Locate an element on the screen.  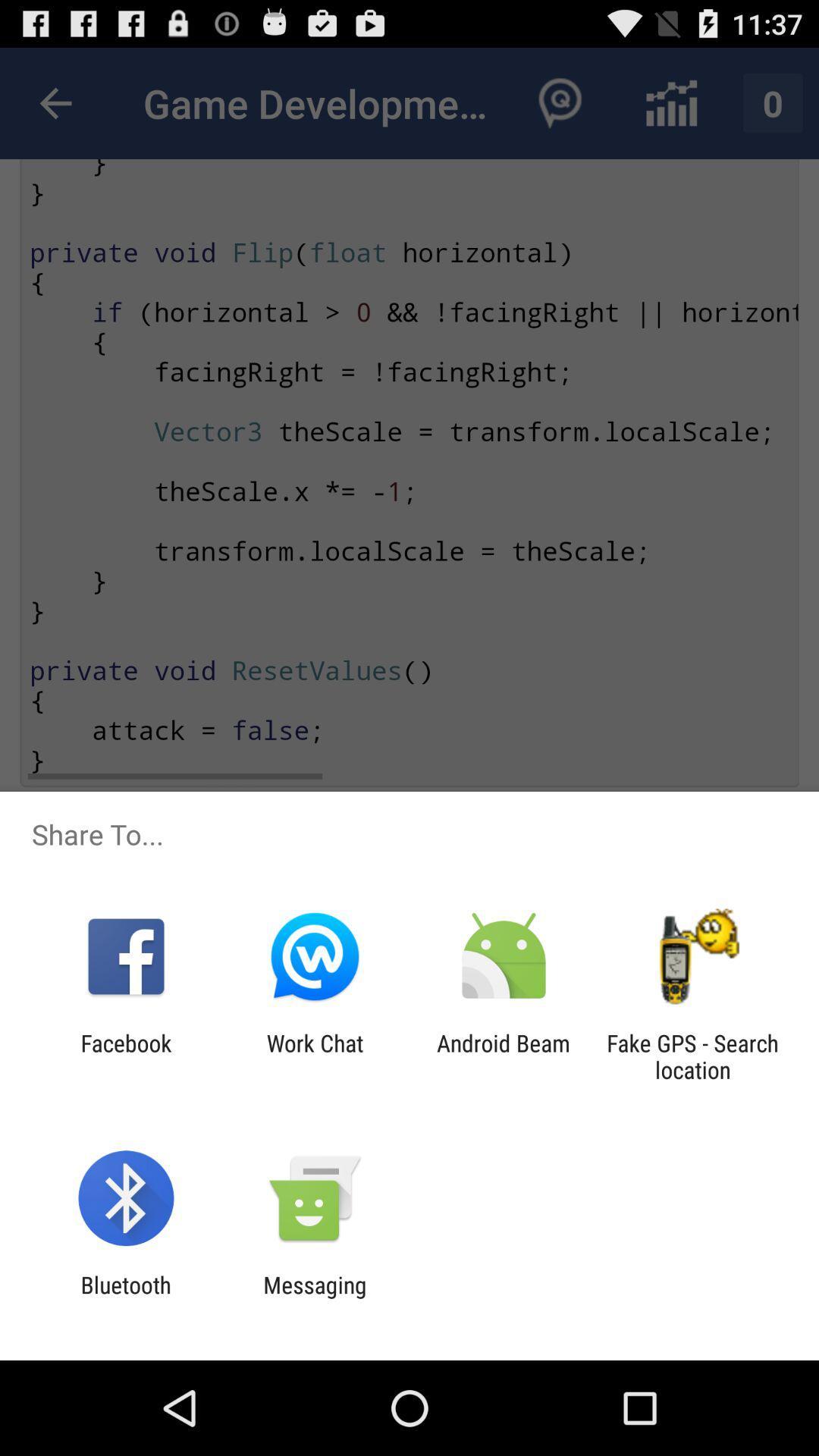
the messaging icon is located at coordinates (314, 1298).